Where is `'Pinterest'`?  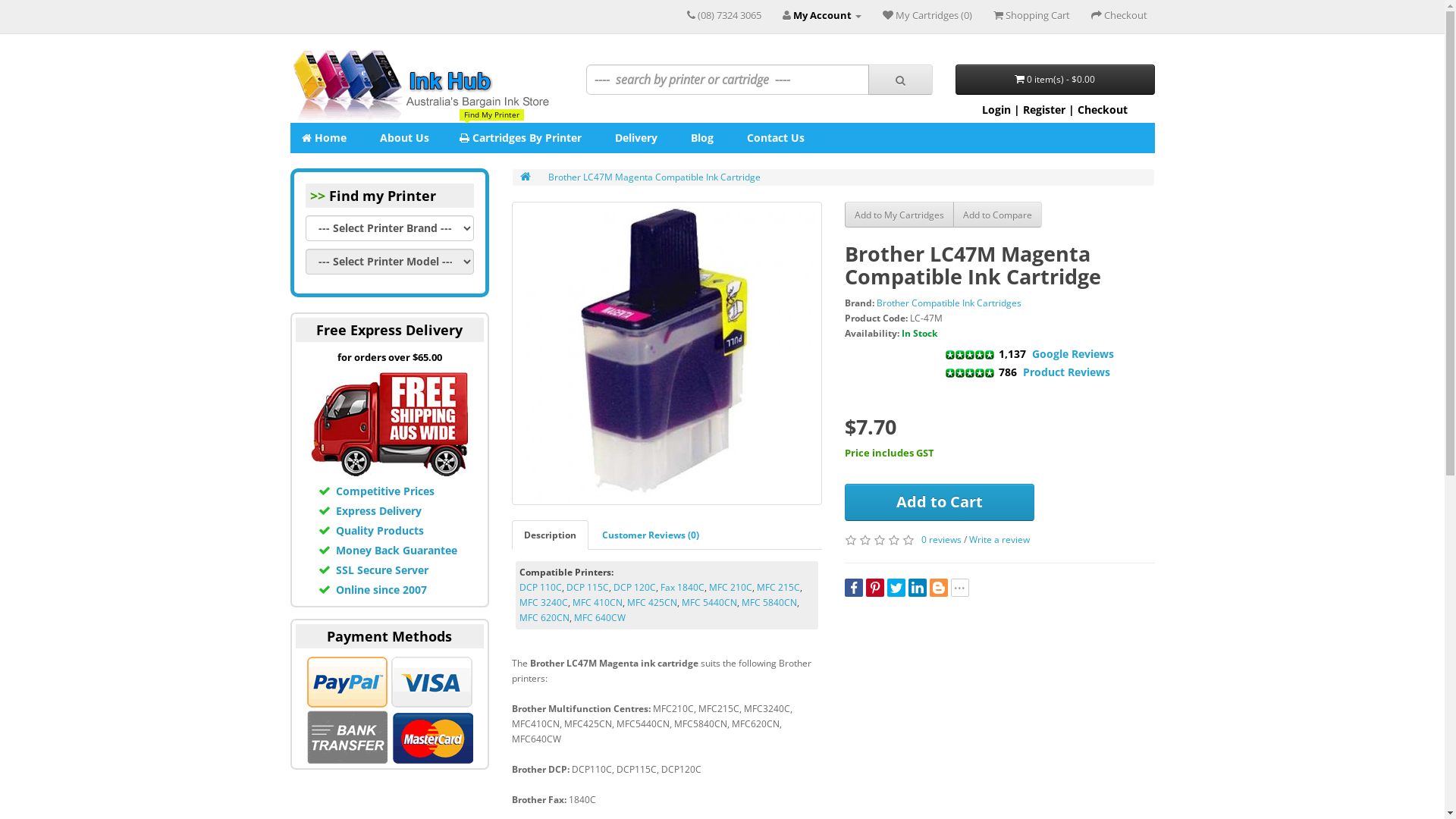 'Pinterest' is located at coordinates (874, 587).